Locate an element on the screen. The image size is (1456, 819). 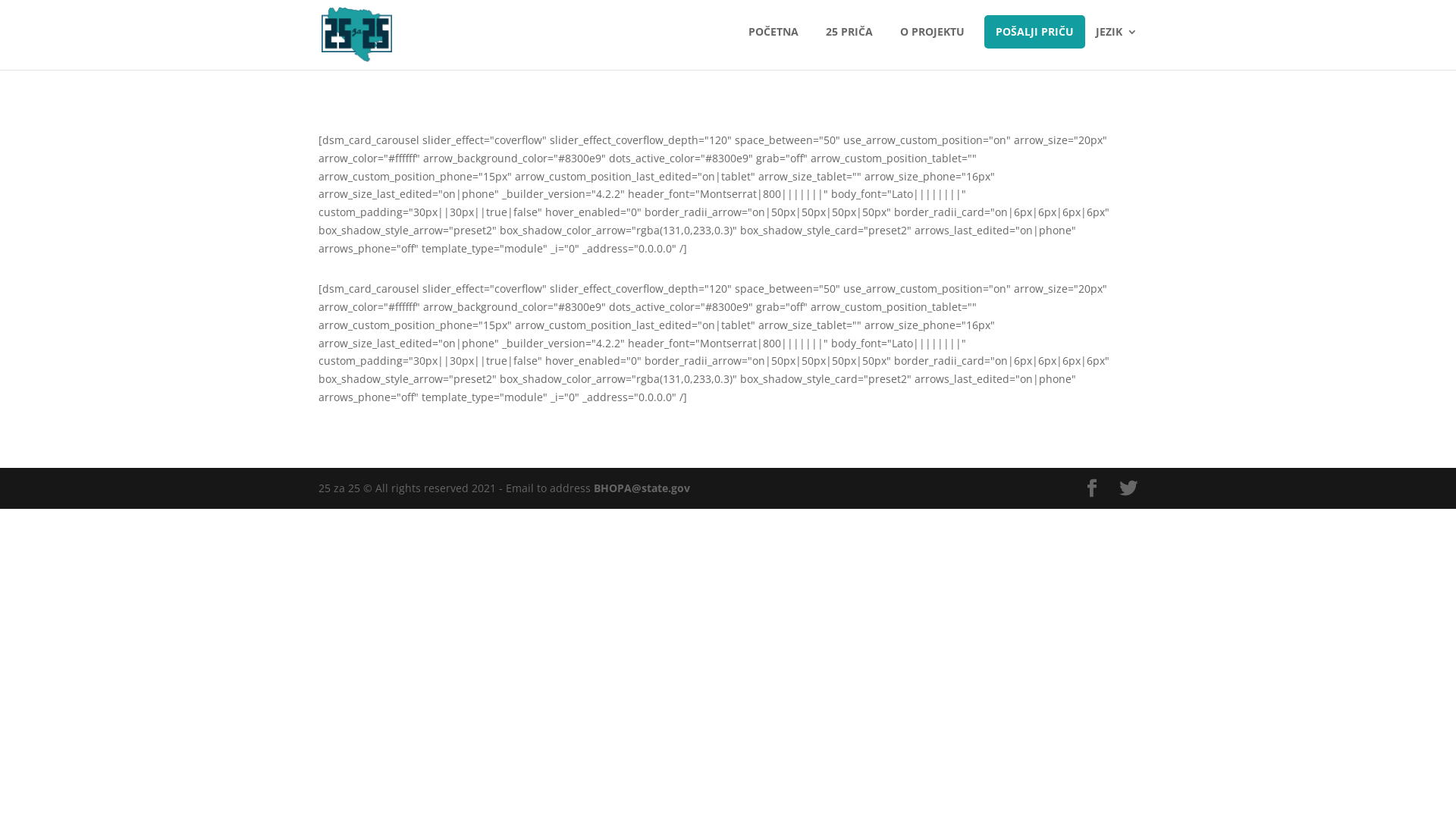
'JEZIK' is located at coordinates (1112, 43).